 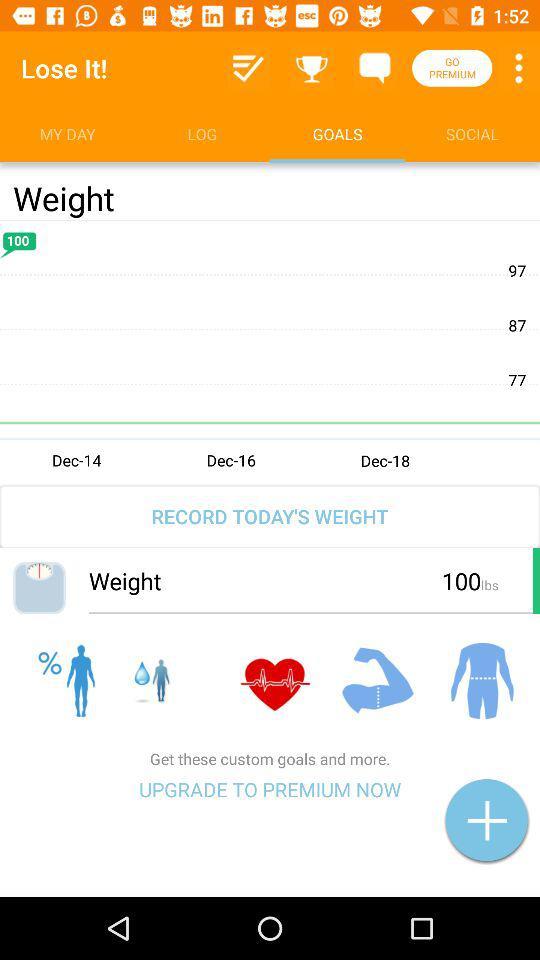 I want to click on the information, so click(x=248, y=68).